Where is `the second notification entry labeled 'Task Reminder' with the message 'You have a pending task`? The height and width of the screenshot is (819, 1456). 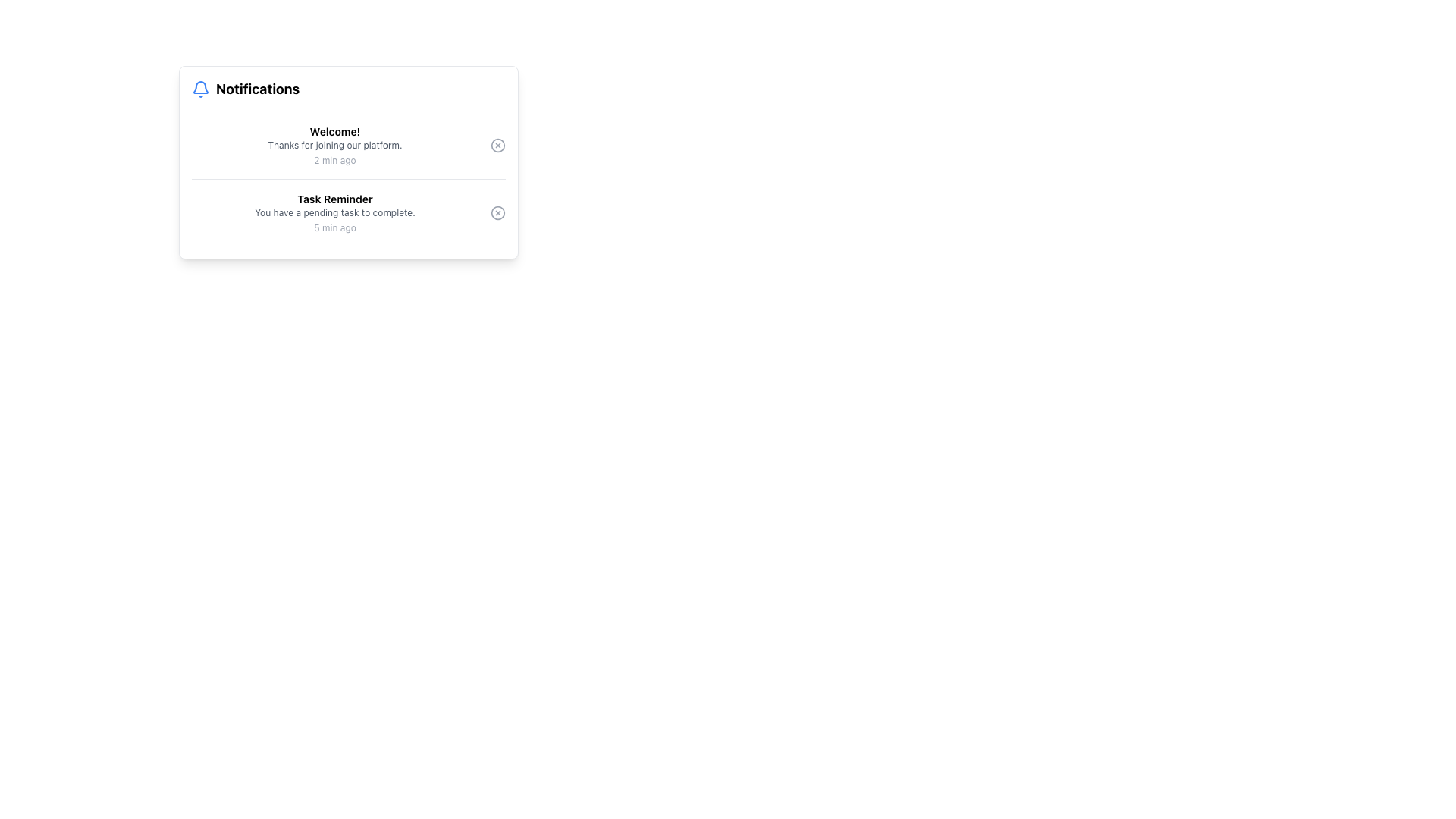
the second notification entry labeled 'Task Reminder' with the message 'You have a pending task is located at coordinates (348, 212).